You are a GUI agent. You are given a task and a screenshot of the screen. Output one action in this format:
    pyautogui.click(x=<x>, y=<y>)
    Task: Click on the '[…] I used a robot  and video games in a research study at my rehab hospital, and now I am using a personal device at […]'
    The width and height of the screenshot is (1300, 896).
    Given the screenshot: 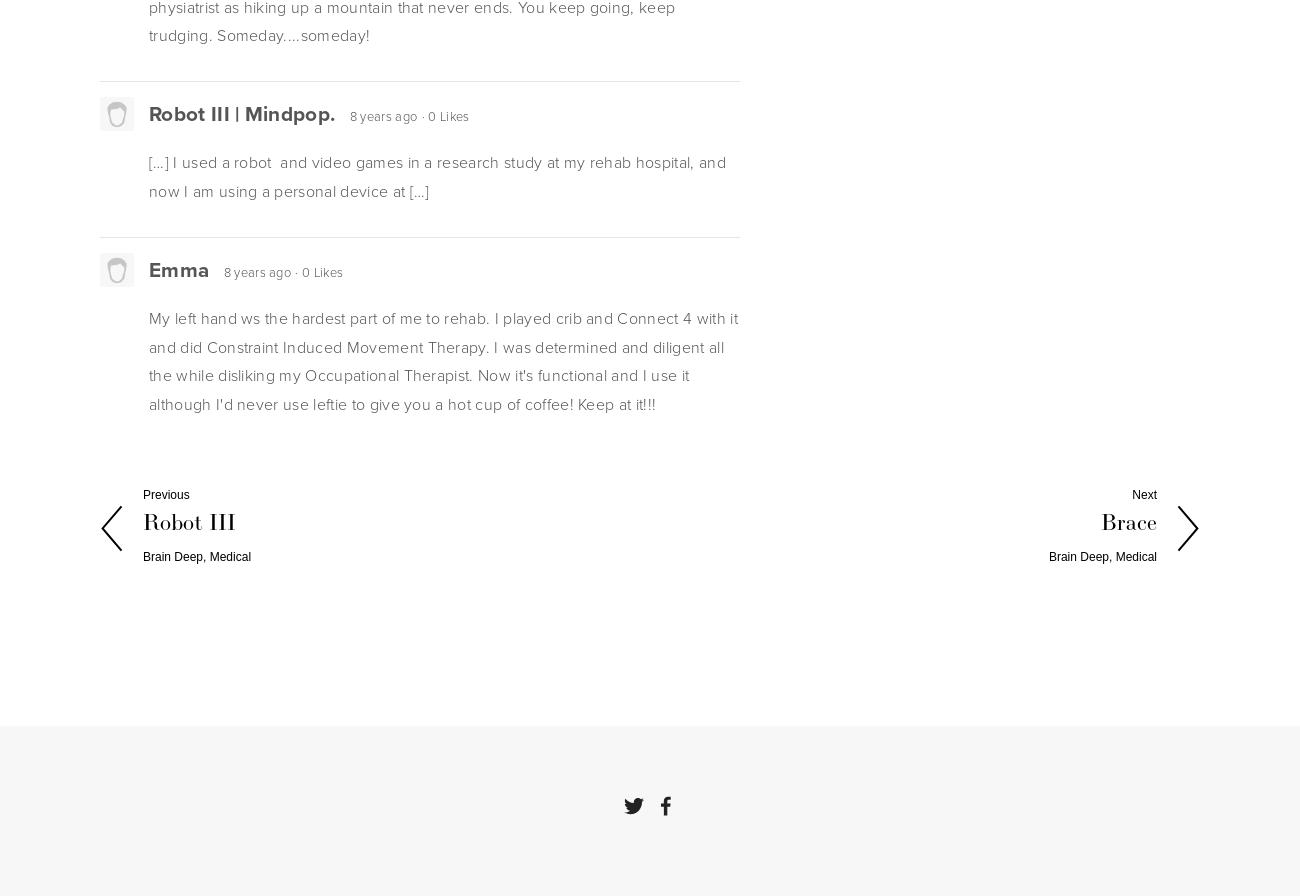 What is the action you would take?
    pyautogui.click(x=436, y=176)
    